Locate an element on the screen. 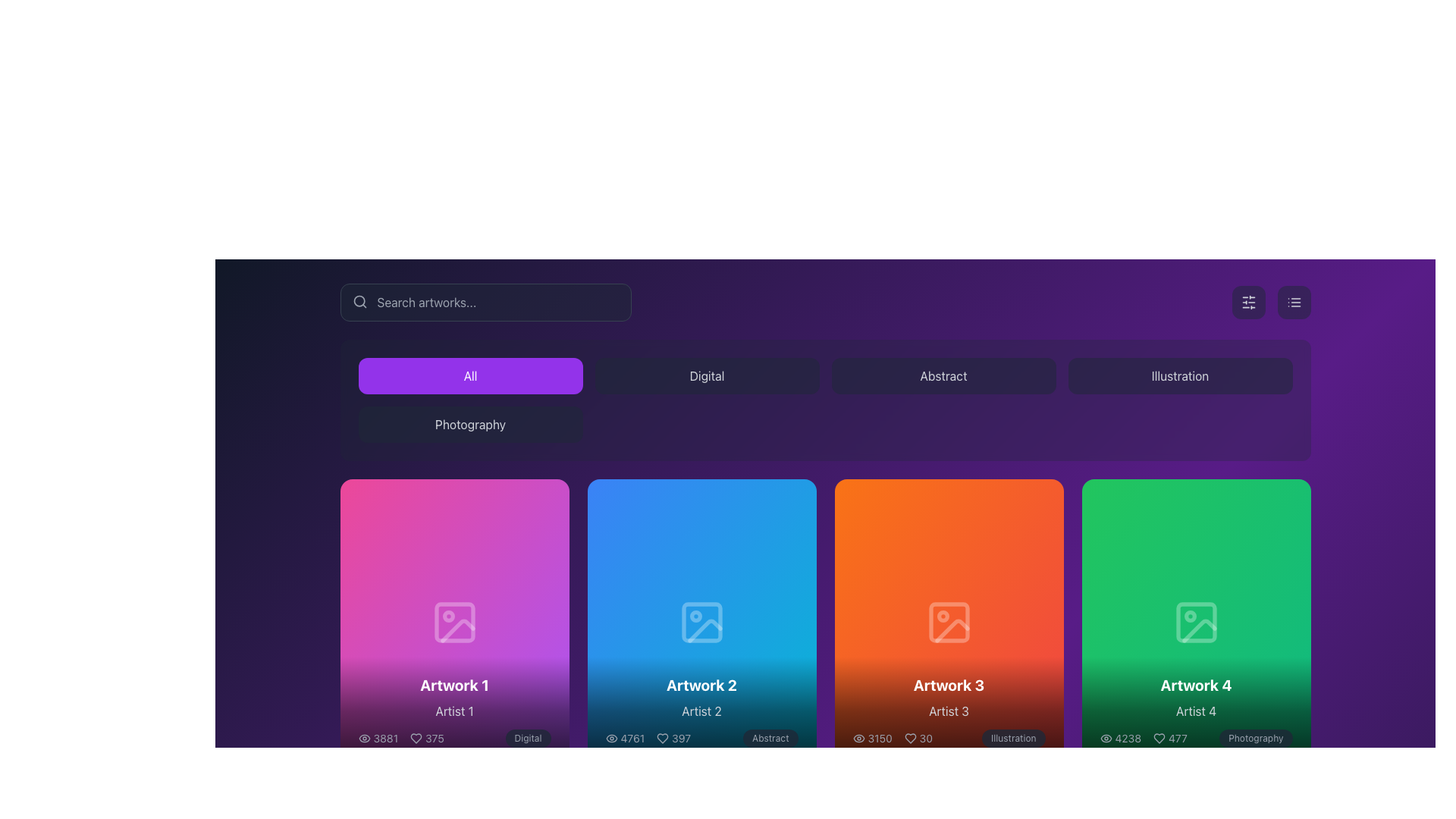 This screenshot has height=819, width=1456. the text element showing the view count for Artwork 4, located at the bottom left corner of the card, next to the eye icon and to the left of the numeric value '477' is located at coordinates (1120, 737).